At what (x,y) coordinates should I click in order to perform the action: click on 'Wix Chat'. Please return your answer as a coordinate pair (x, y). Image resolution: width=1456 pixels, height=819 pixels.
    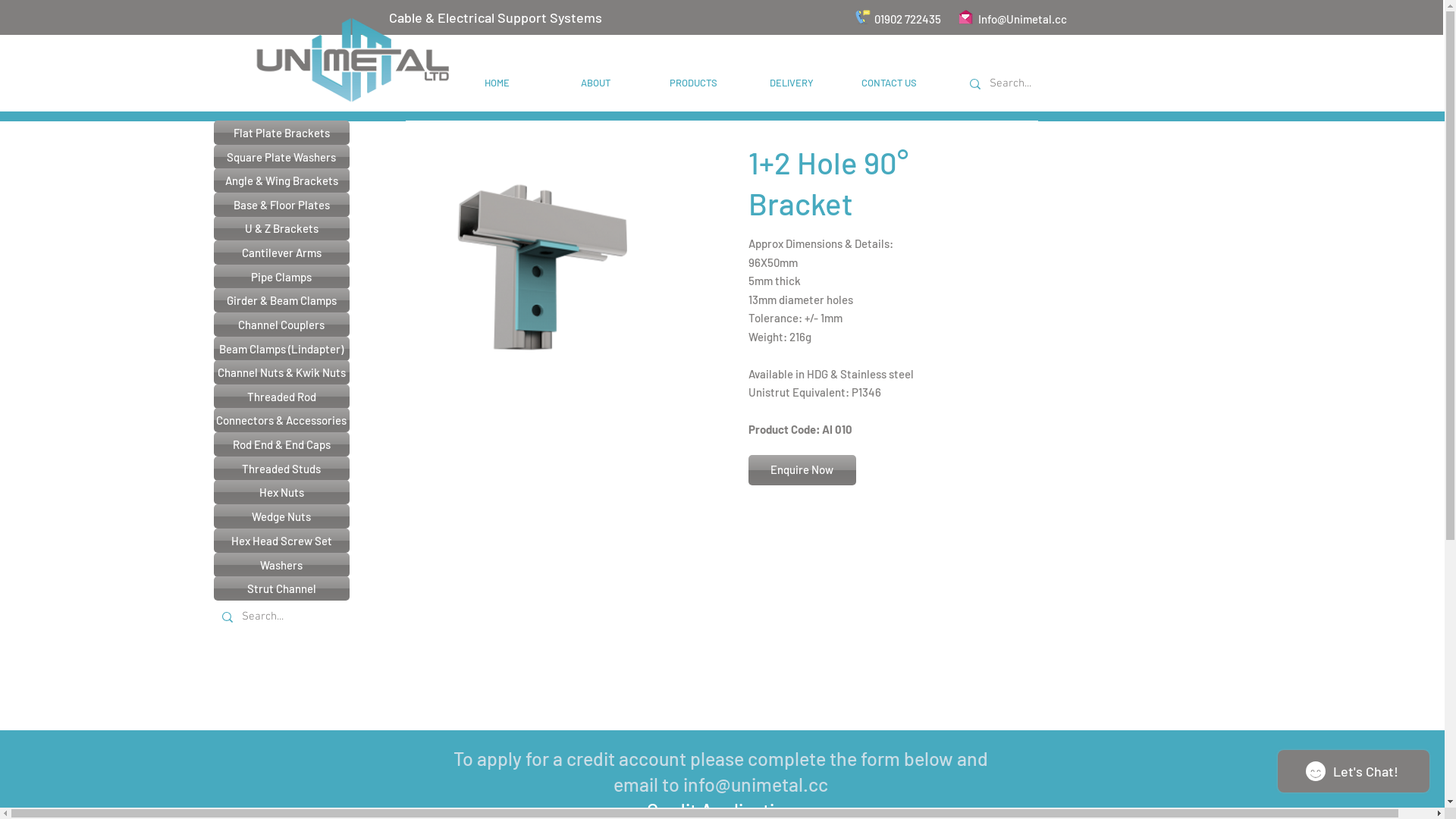
    Looking at the image, I should click on (1357, 775).